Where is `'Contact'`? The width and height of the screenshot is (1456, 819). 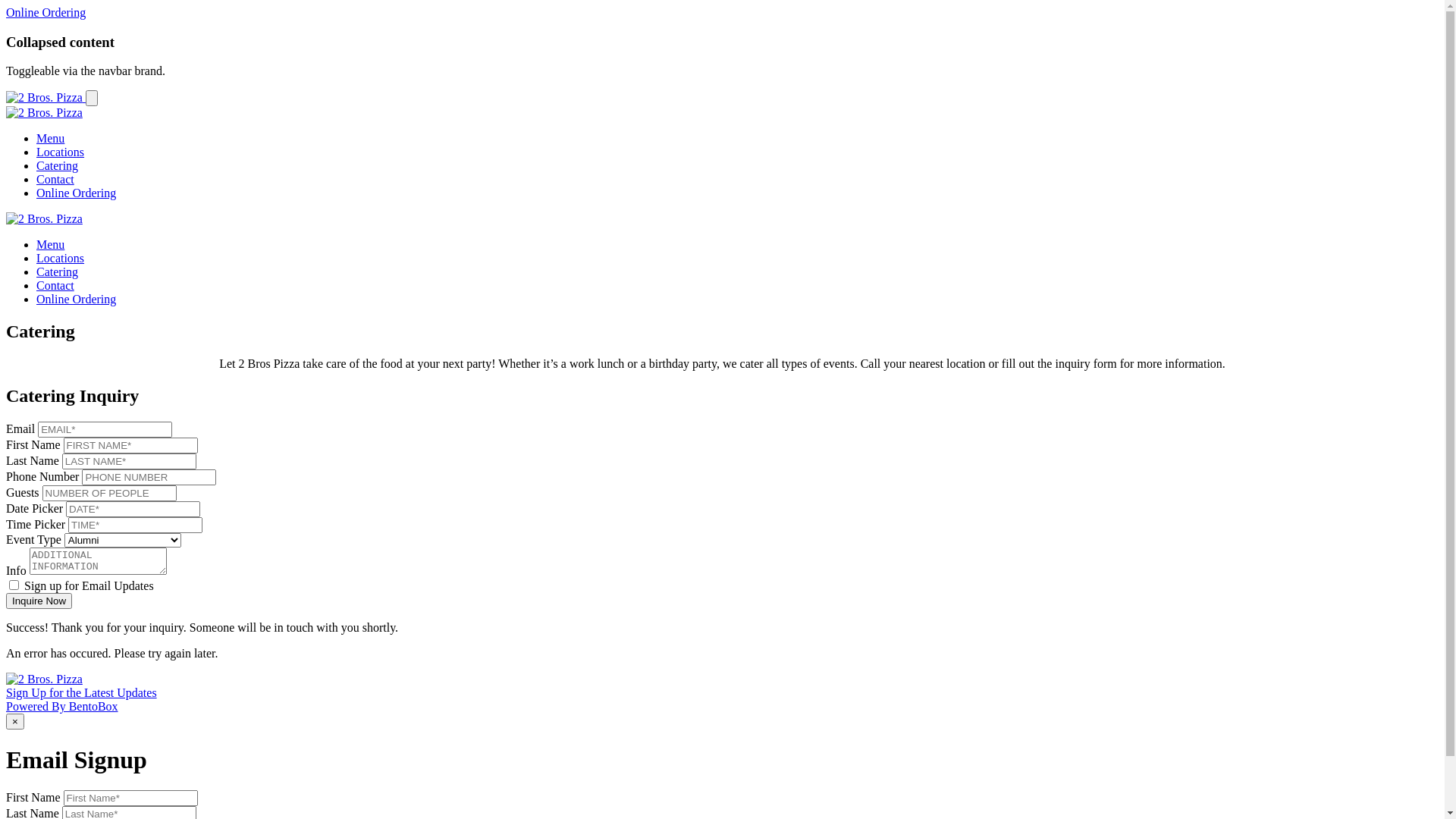 'Contact' is located at coordinates (55, 178).